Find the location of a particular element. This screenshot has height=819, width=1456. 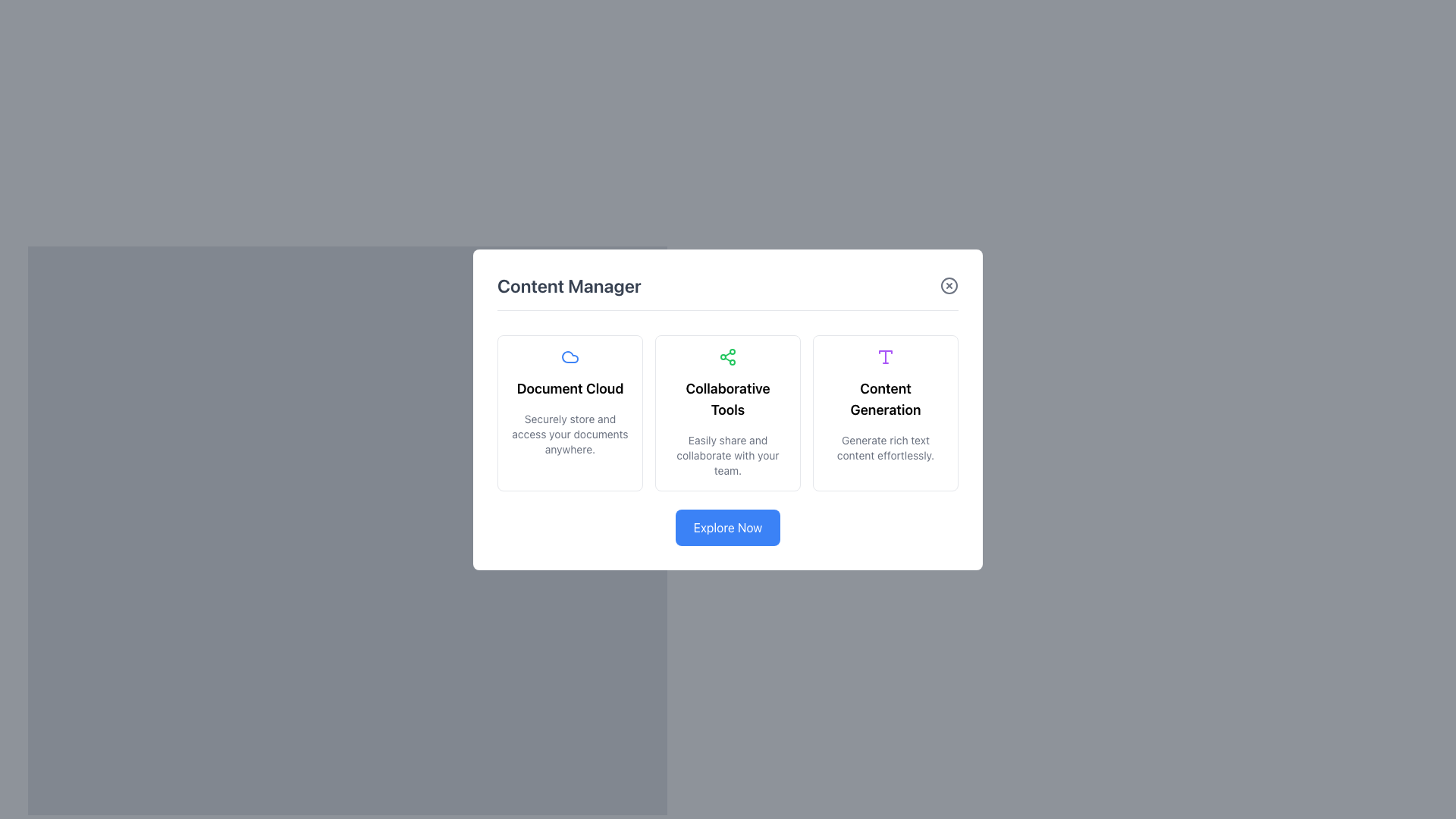

text content 'Easily share and collaborate with your team.' located centrally in the white card interface under the title 'Collaborative Tools.' is located at coordinates (728, 454).